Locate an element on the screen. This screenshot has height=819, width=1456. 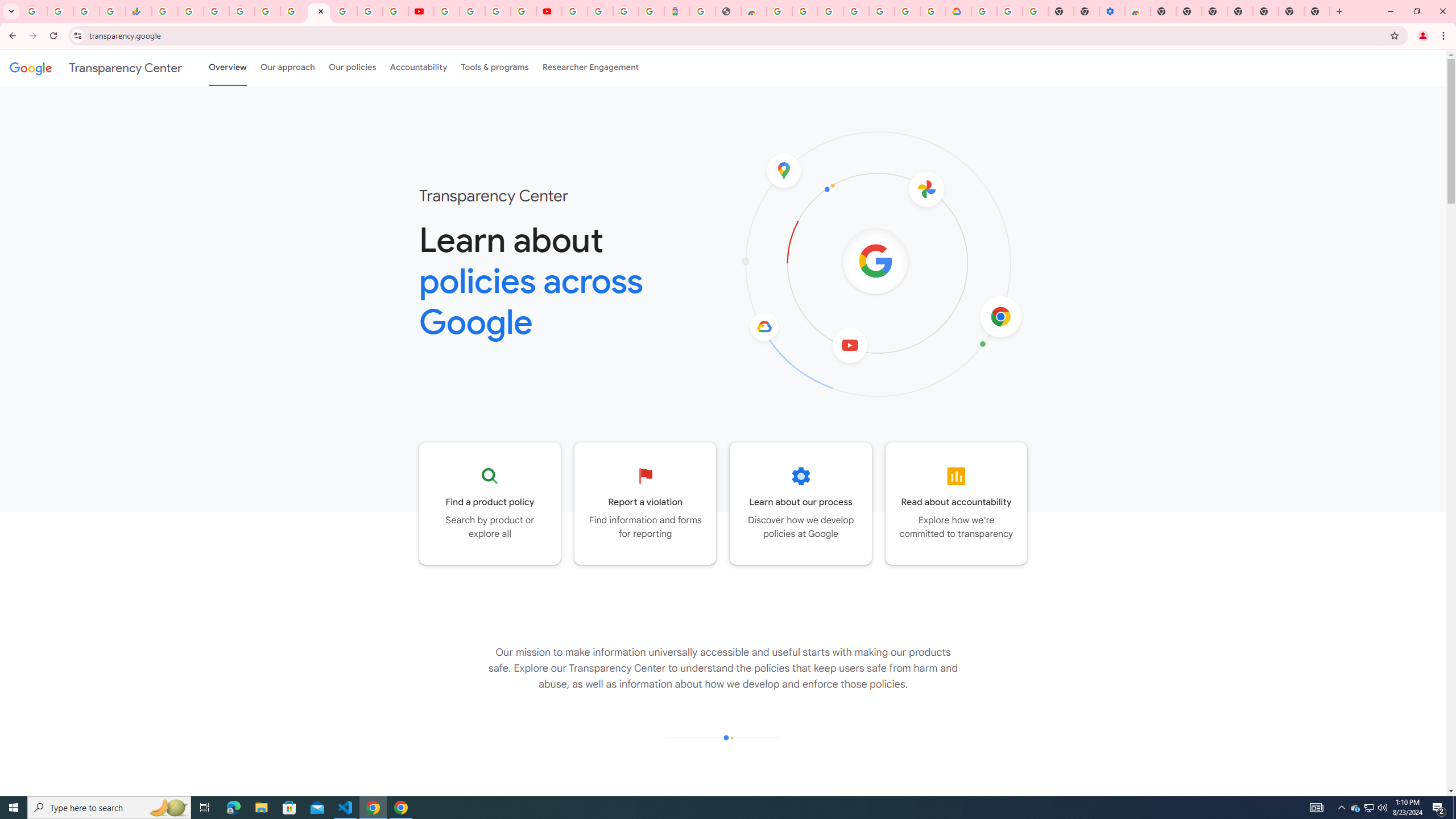
'Create your Google Account' is located at coordinates (498, 11).